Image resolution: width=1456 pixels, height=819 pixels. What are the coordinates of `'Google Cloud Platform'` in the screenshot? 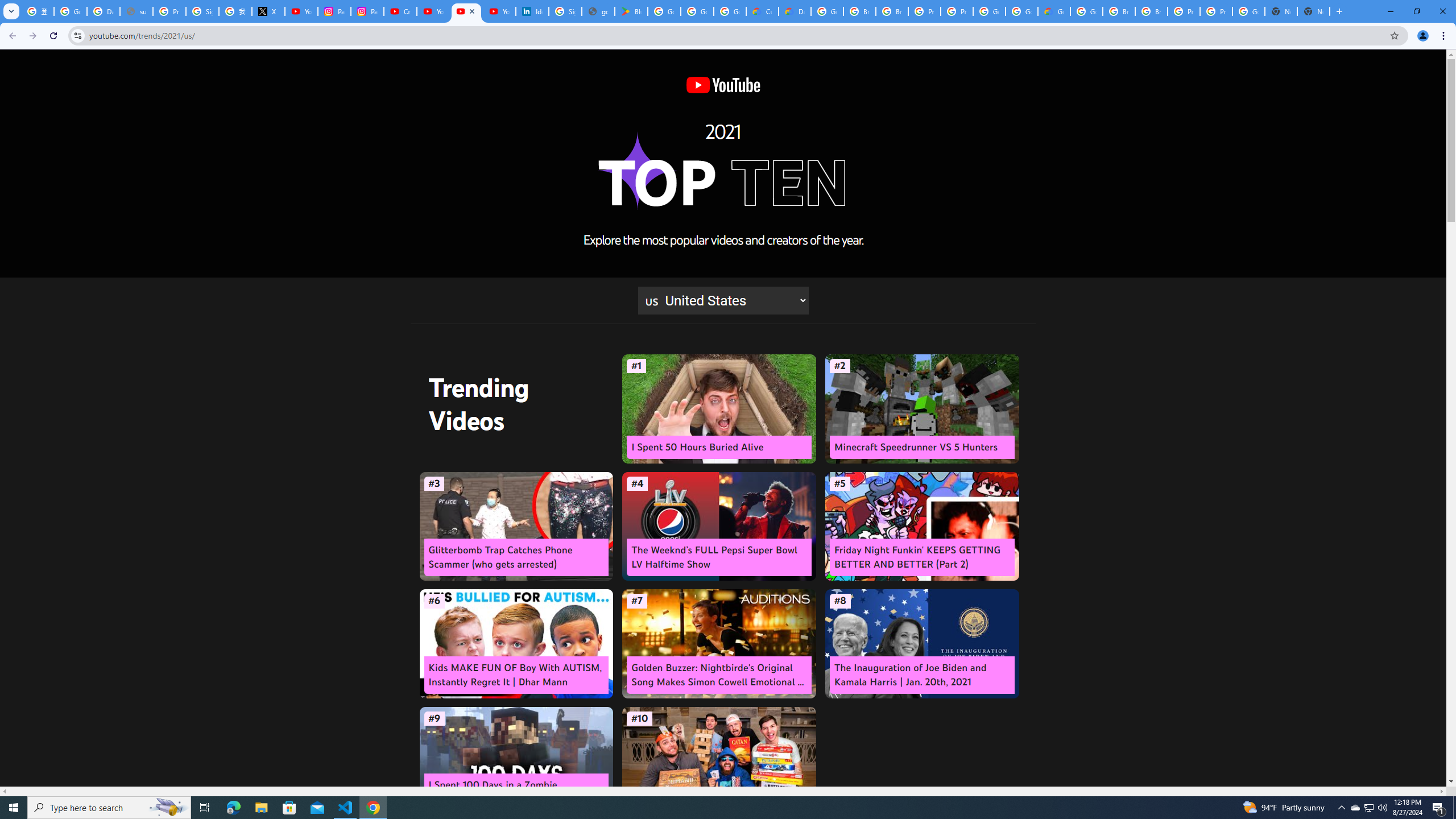 It's located at (1087, 11).